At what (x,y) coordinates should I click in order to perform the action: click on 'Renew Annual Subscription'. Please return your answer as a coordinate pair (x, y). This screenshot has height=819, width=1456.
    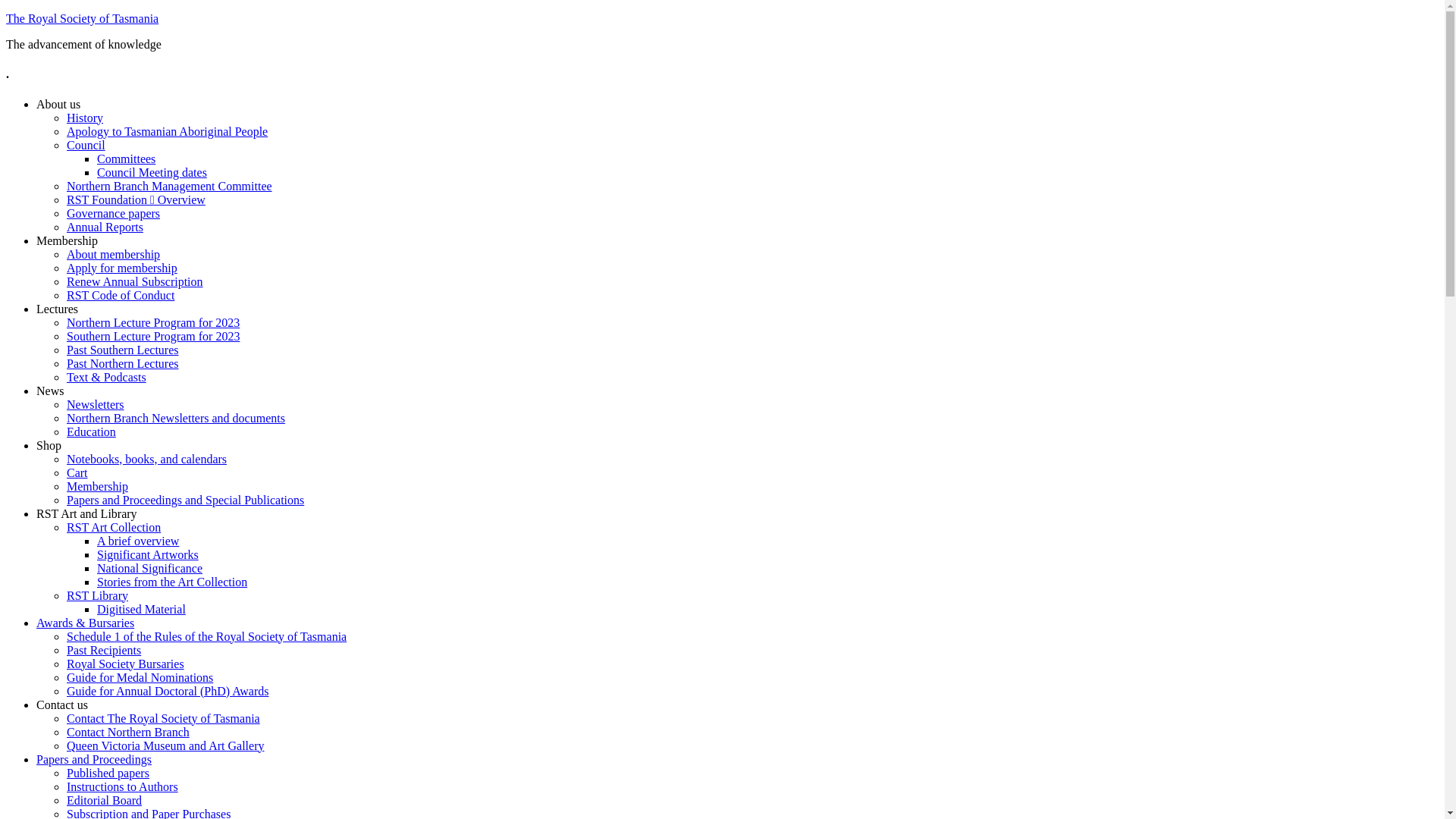
    Looking at the image, I should click on (134, 281).